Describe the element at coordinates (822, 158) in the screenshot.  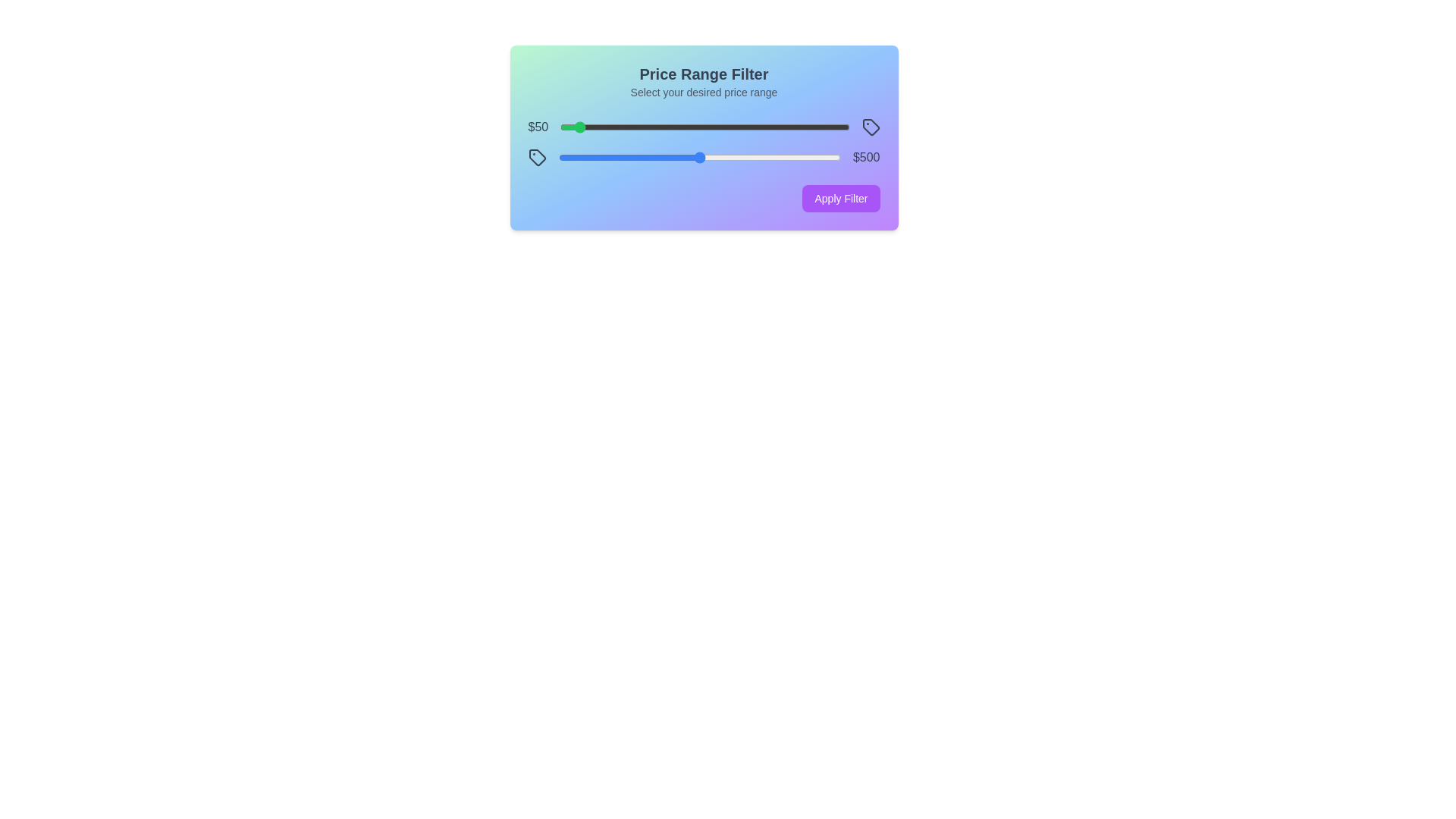
I see `the maximum price slider to 938` at that location.